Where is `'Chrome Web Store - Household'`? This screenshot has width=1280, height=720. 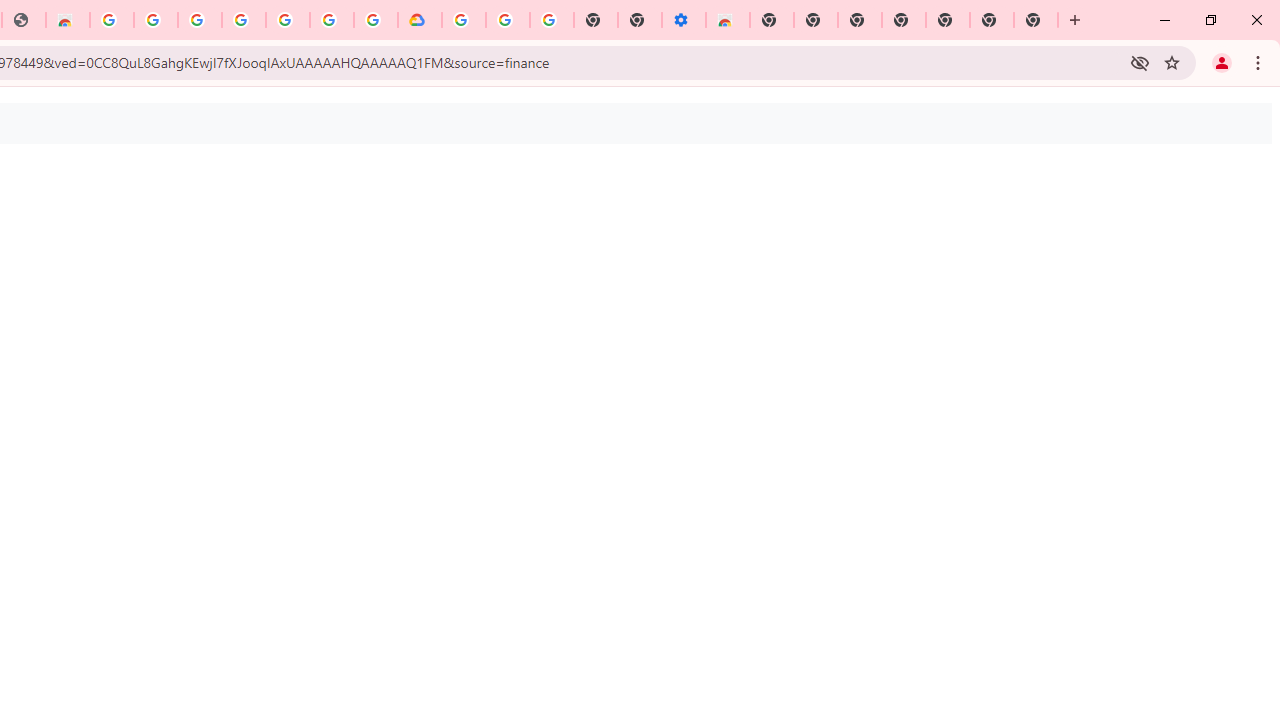 'Chrome Web Store - Household' is located at coordinates (67, 20).